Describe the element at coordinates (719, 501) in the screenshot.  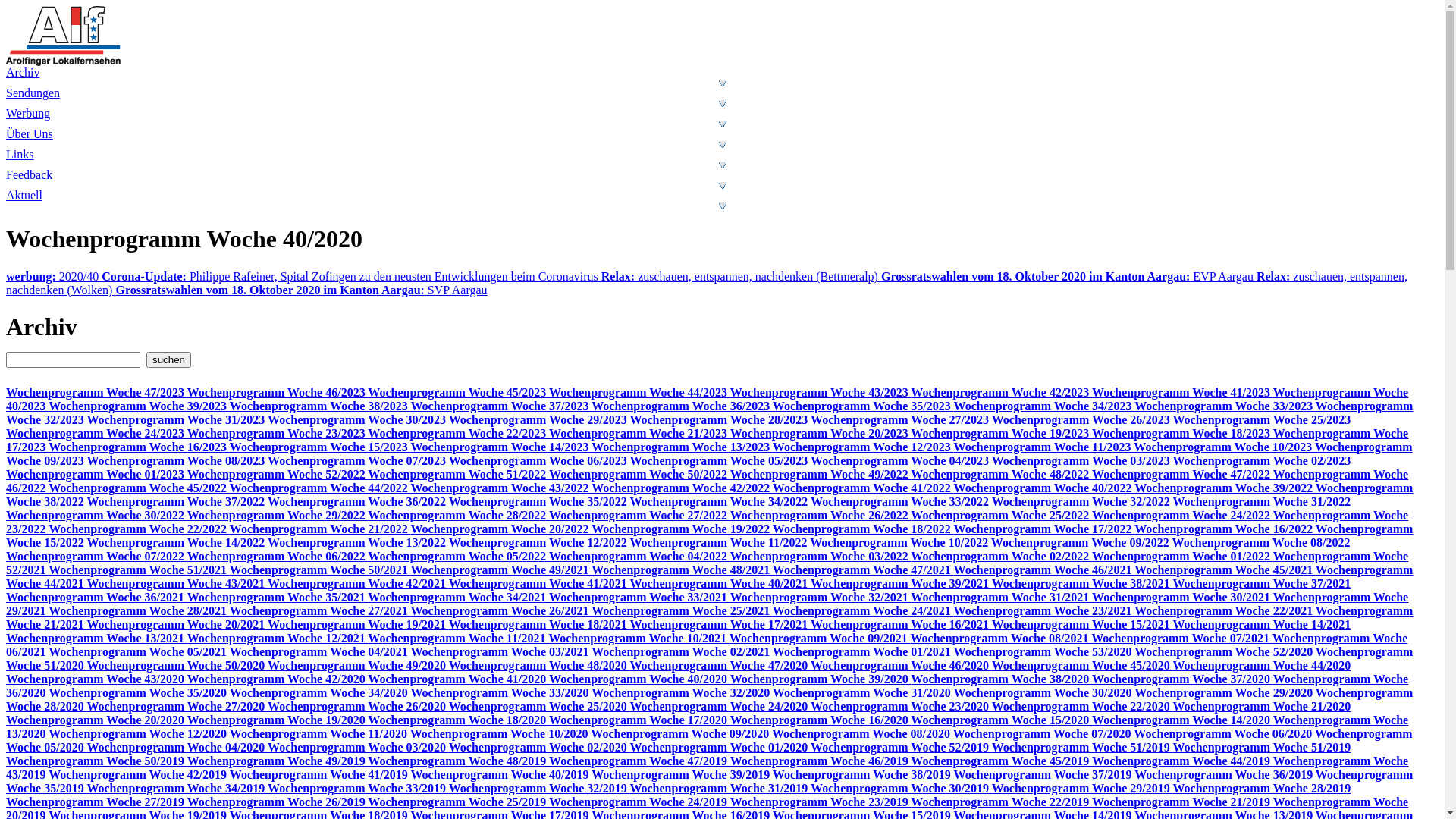
I see `'Wochenprogramm Woche 34/2022'` at that location.